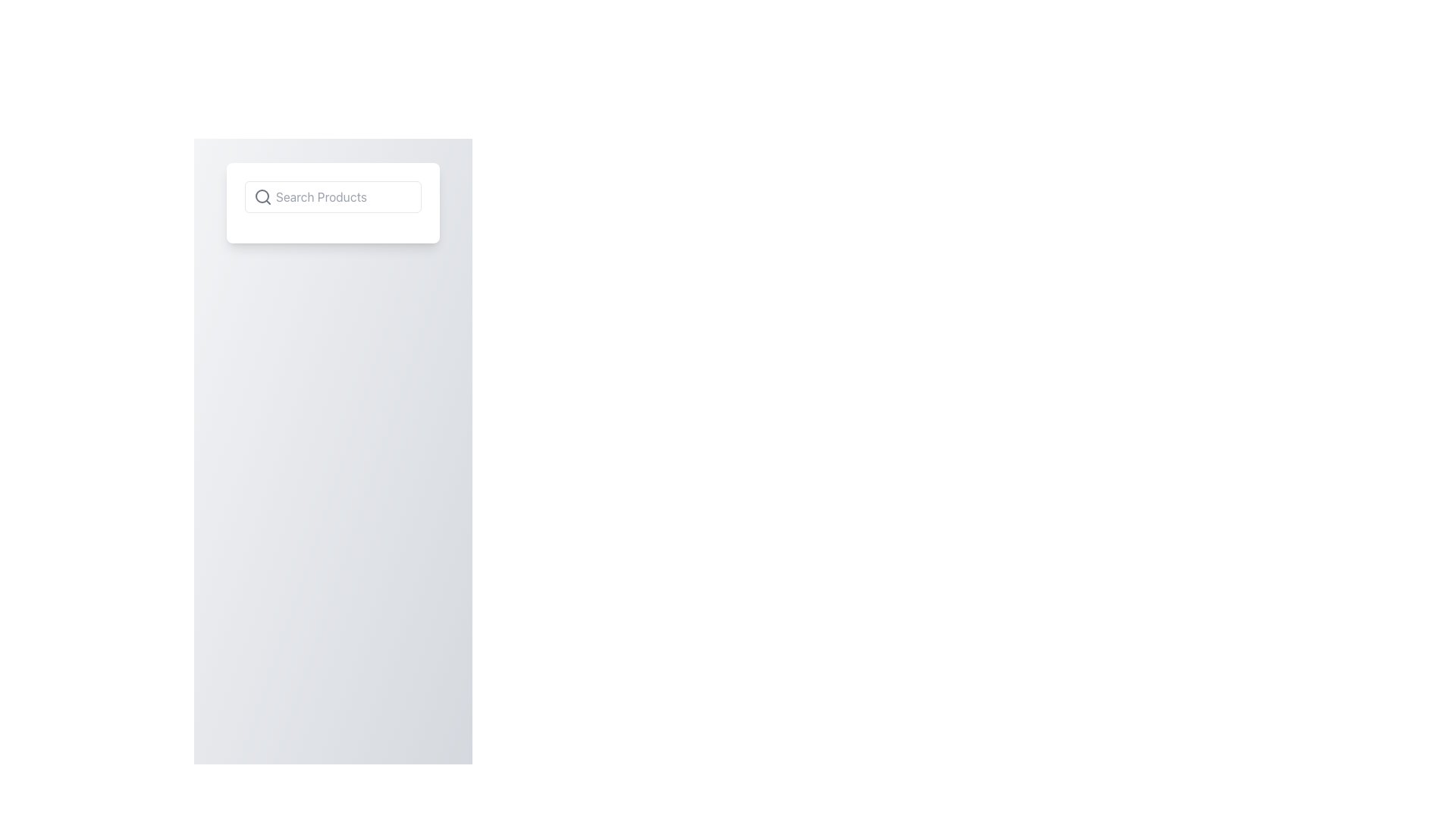 This screenshot has height=819, width=1456. Describe the element at coordinates (262, 196) in the screenshot. I see `the input field associated with the magnifying glass icon, which serves as a visual representation of the search functionality` at that location.